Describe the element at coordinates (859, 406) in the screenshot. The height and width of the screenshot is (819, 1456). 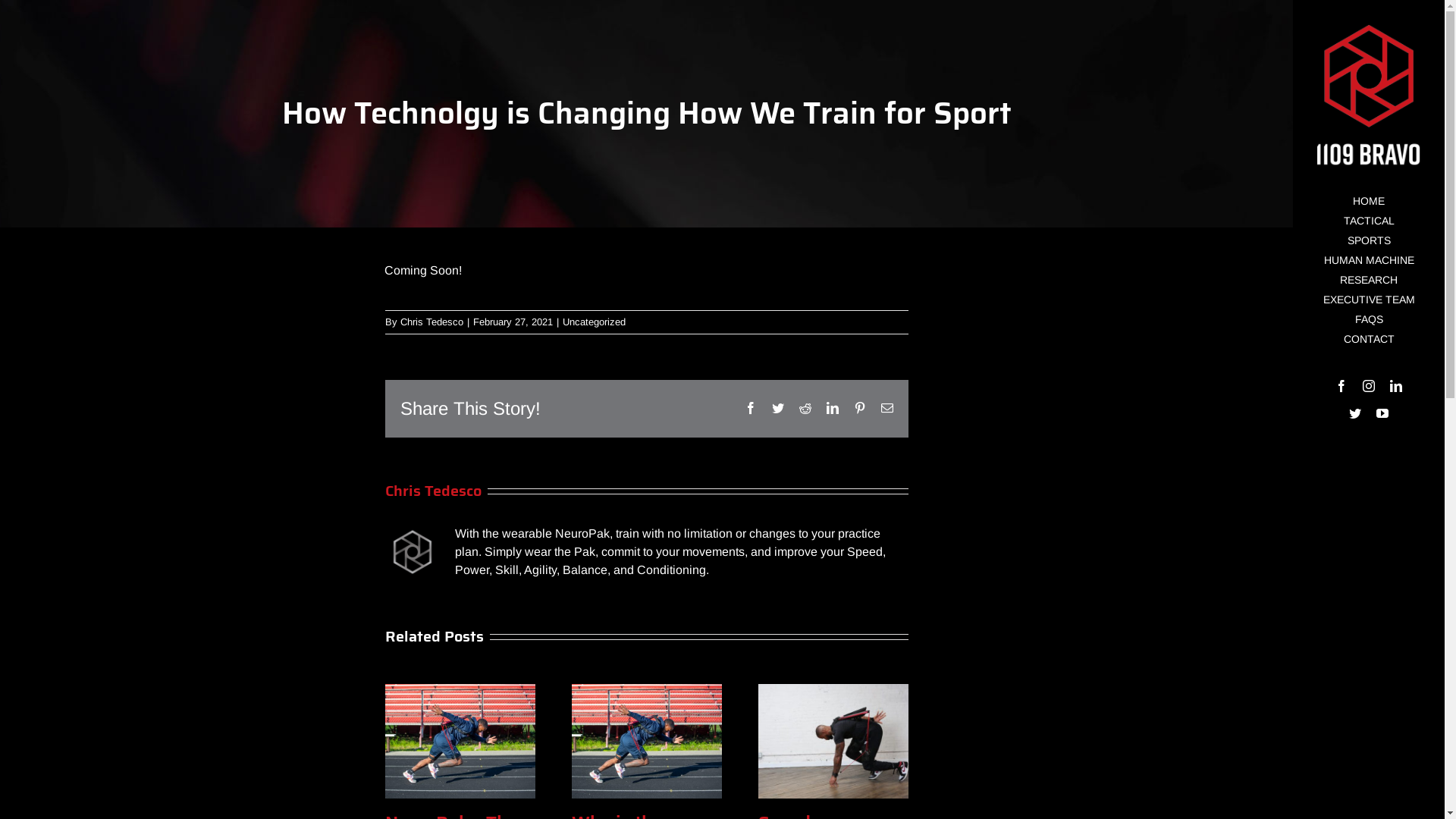
I see `'Pinterest'` at that location.